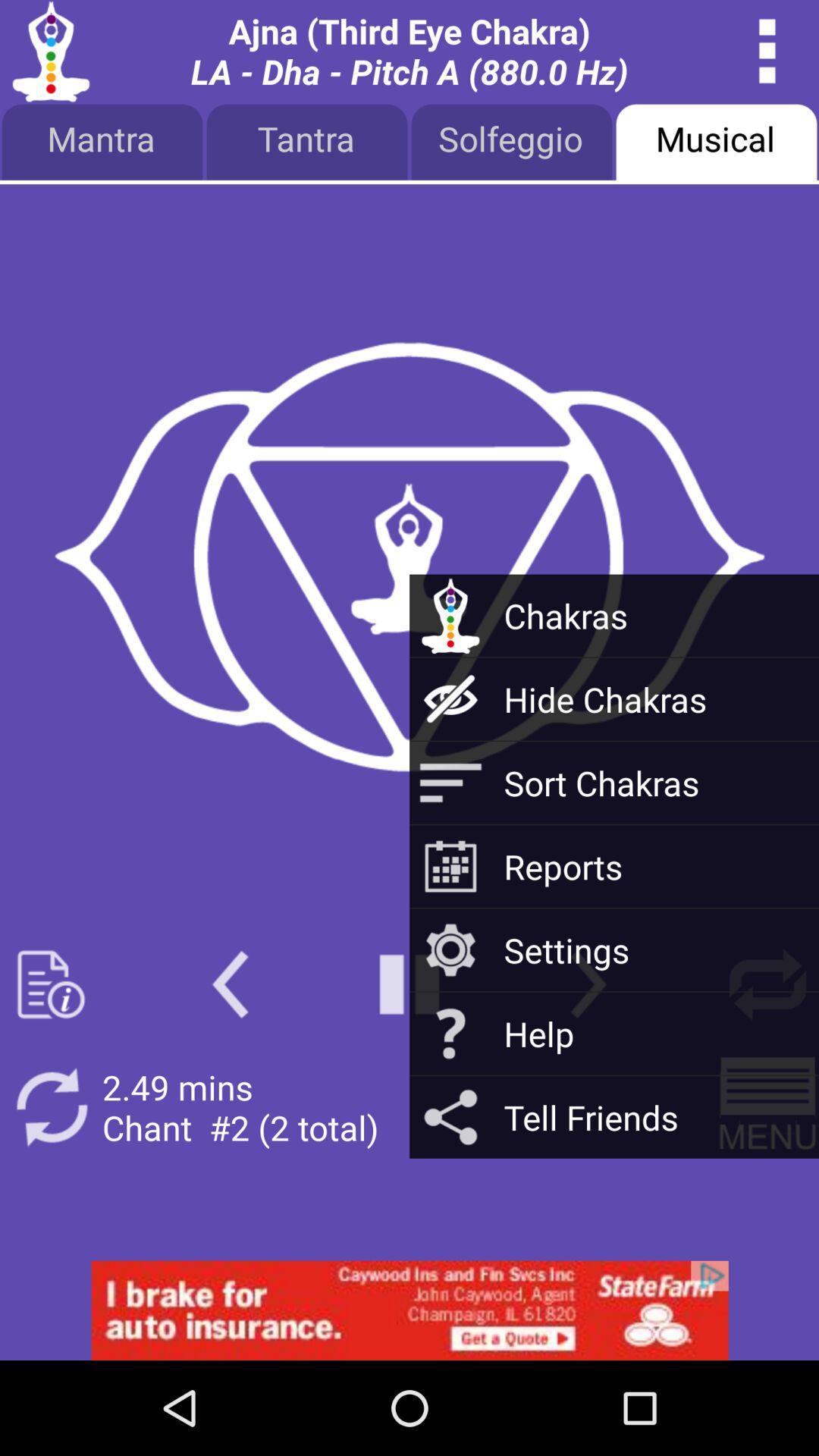  Describe the element at coordinates (50, 984) in the screenshot. I see `menu page` at that location.